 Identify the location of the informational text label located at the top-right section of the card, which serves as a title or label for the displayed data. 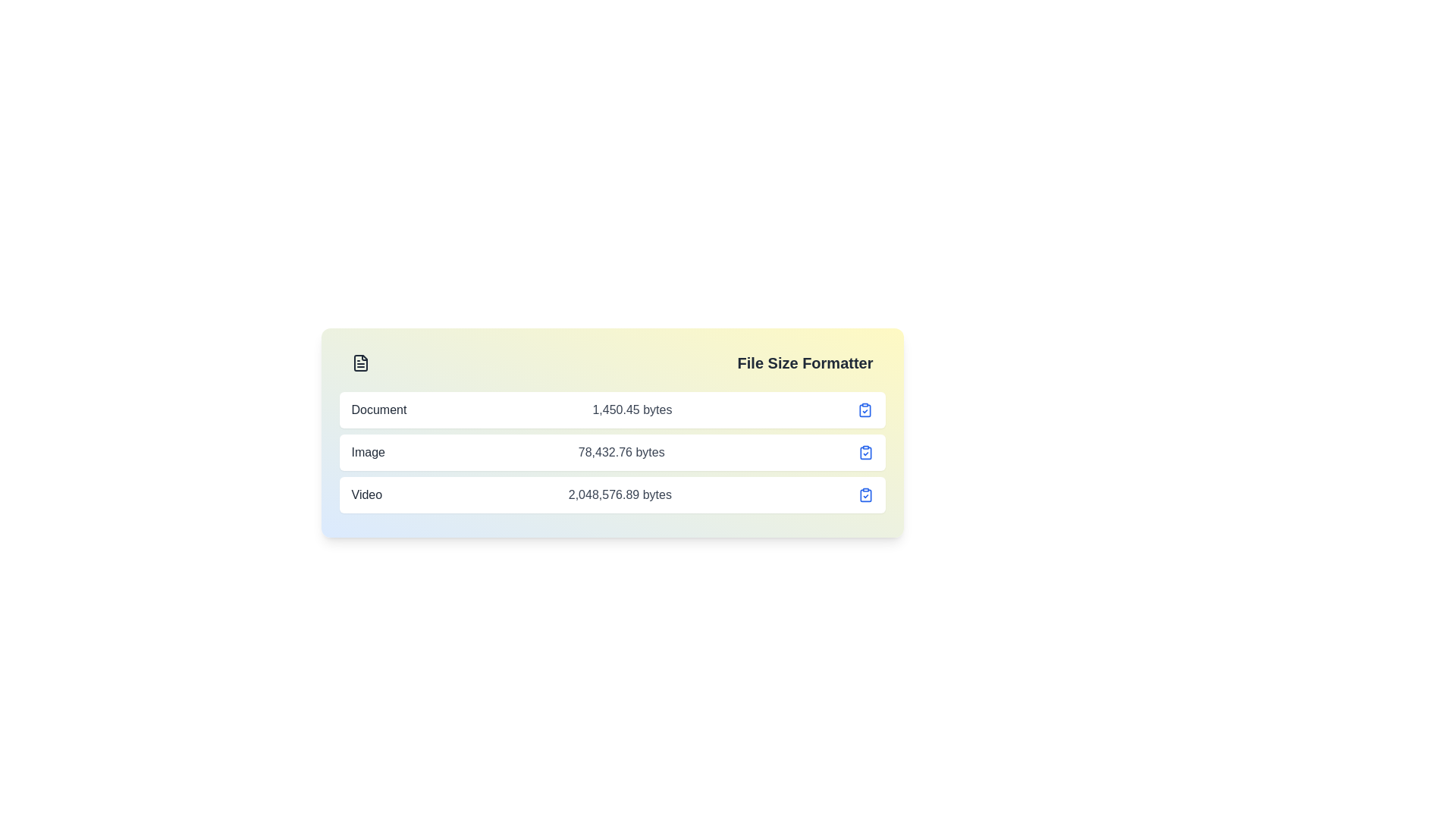
(804, 362).